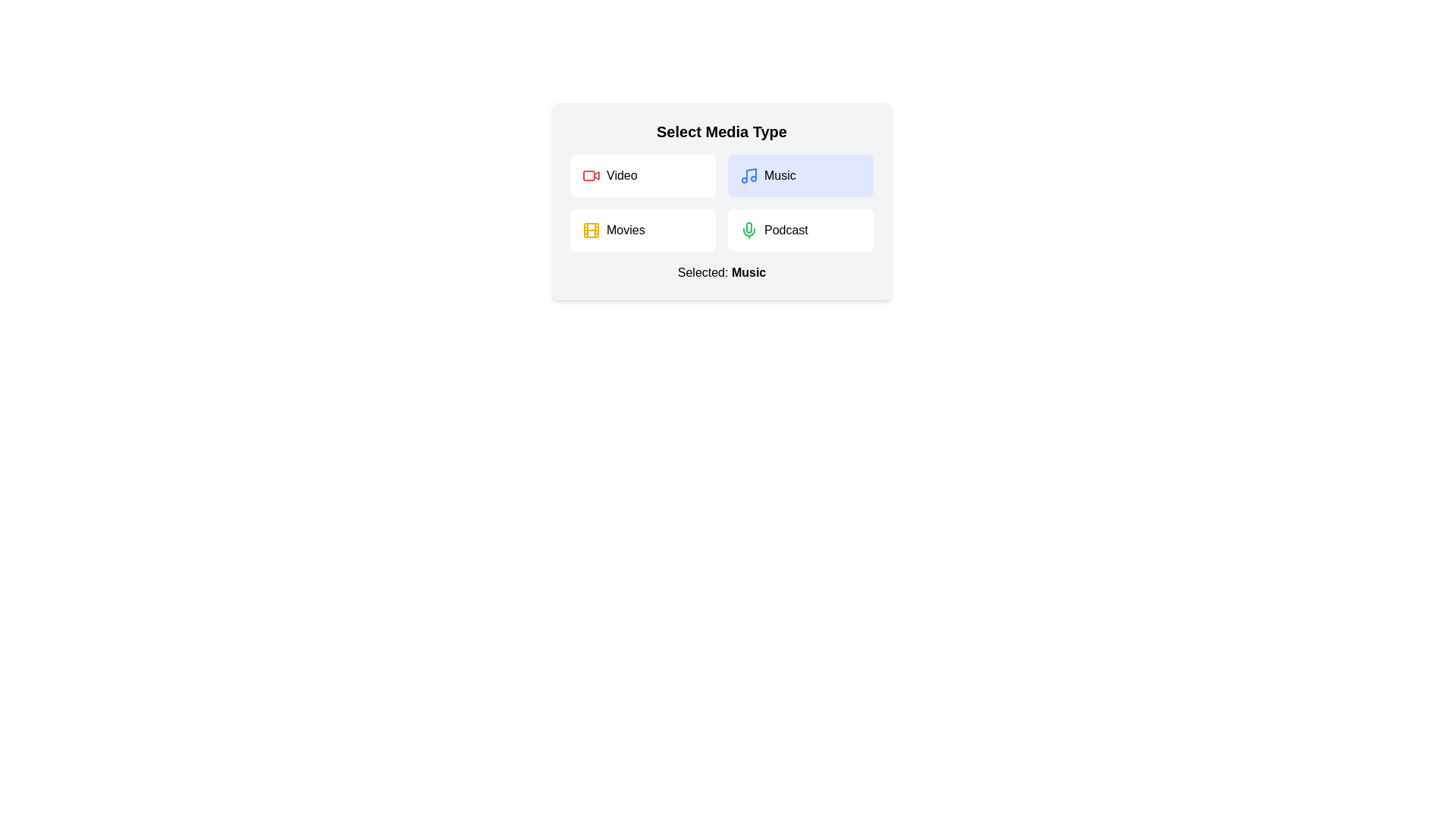  What do you see at coordinates (800, 174) in the screenshot?
I see `the media type Music by clicking on its corresponding button` at bounding box center [800, 174].